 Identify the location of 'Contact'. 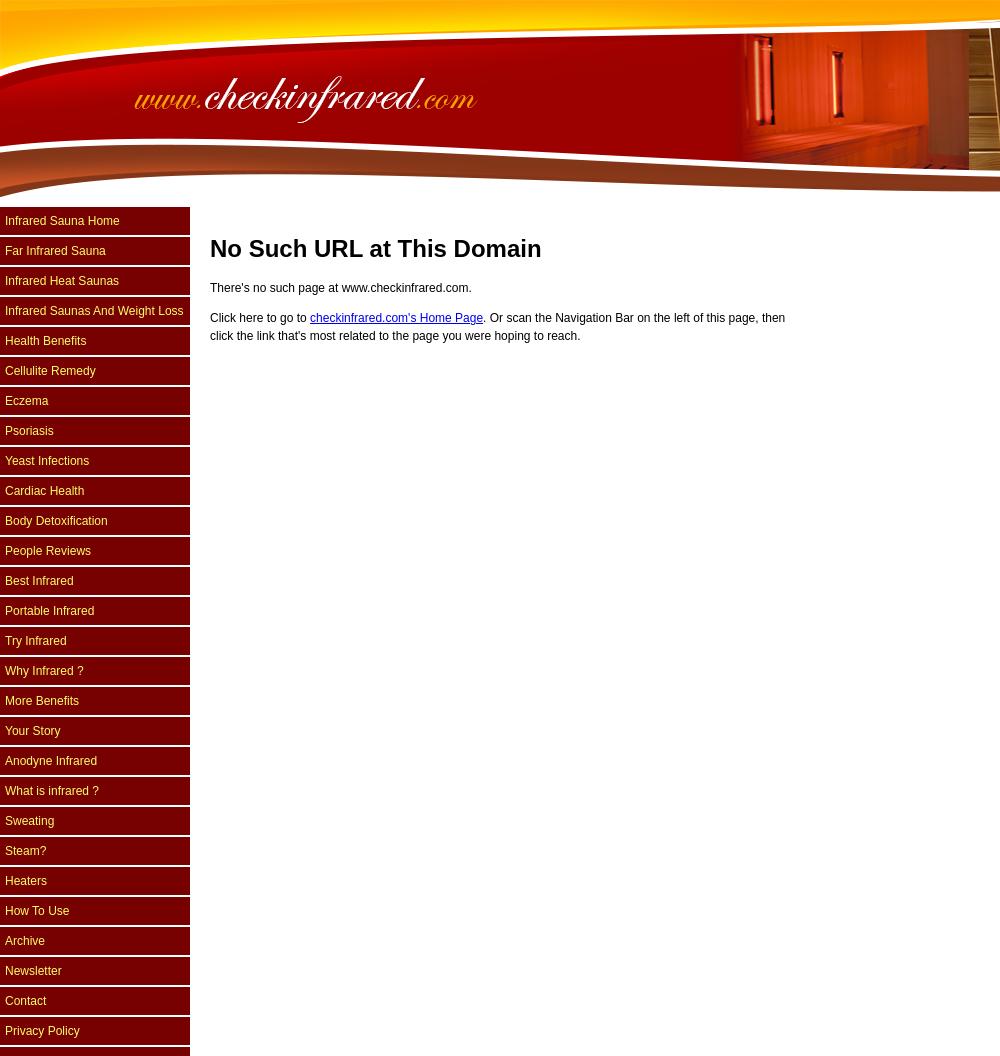
(25, 999).